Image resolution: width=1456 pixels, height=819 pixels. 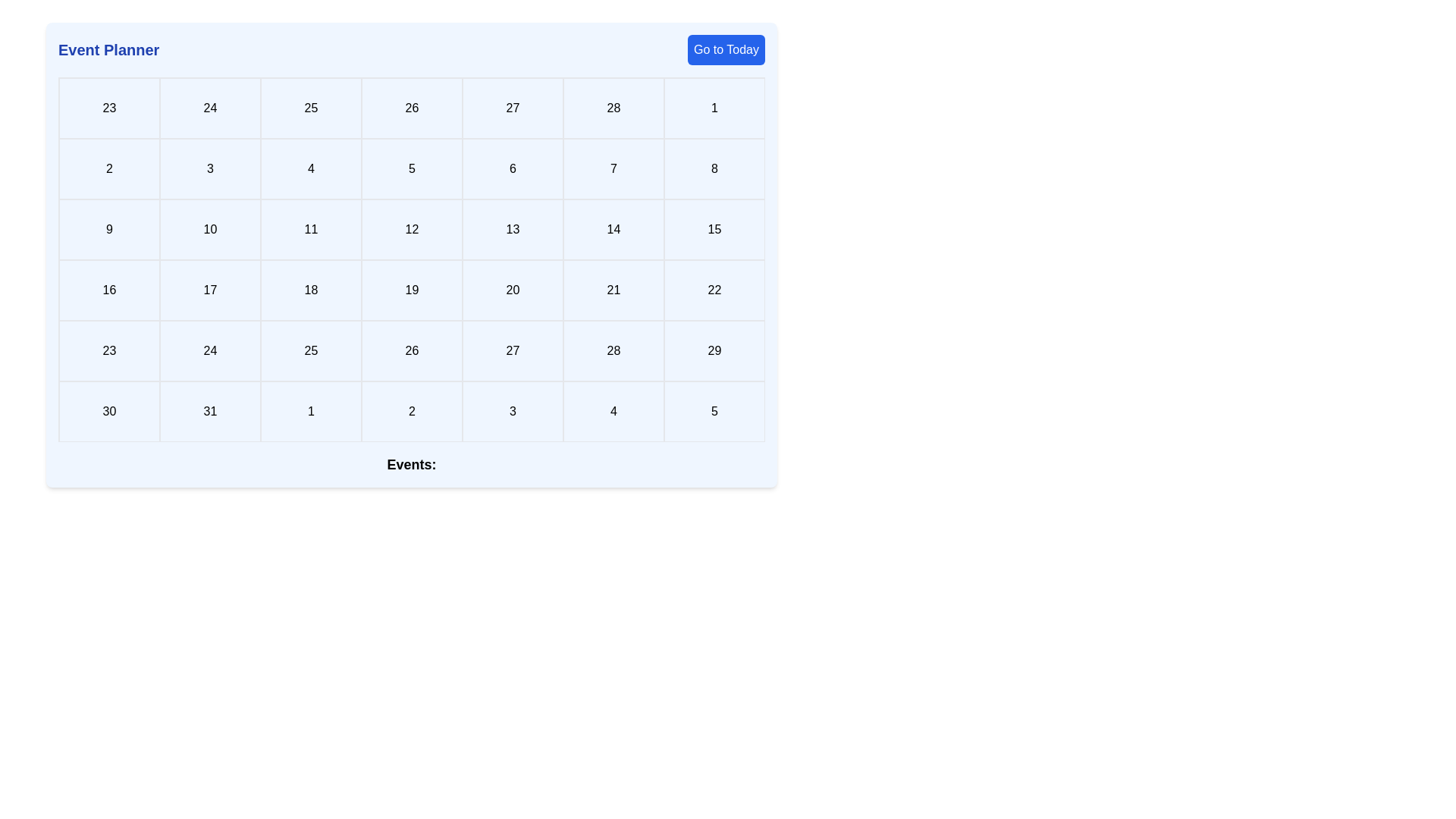 I want to click on on the day representation in the calendar grid located in the fourth position of the third row, so click(x=209, y=230).